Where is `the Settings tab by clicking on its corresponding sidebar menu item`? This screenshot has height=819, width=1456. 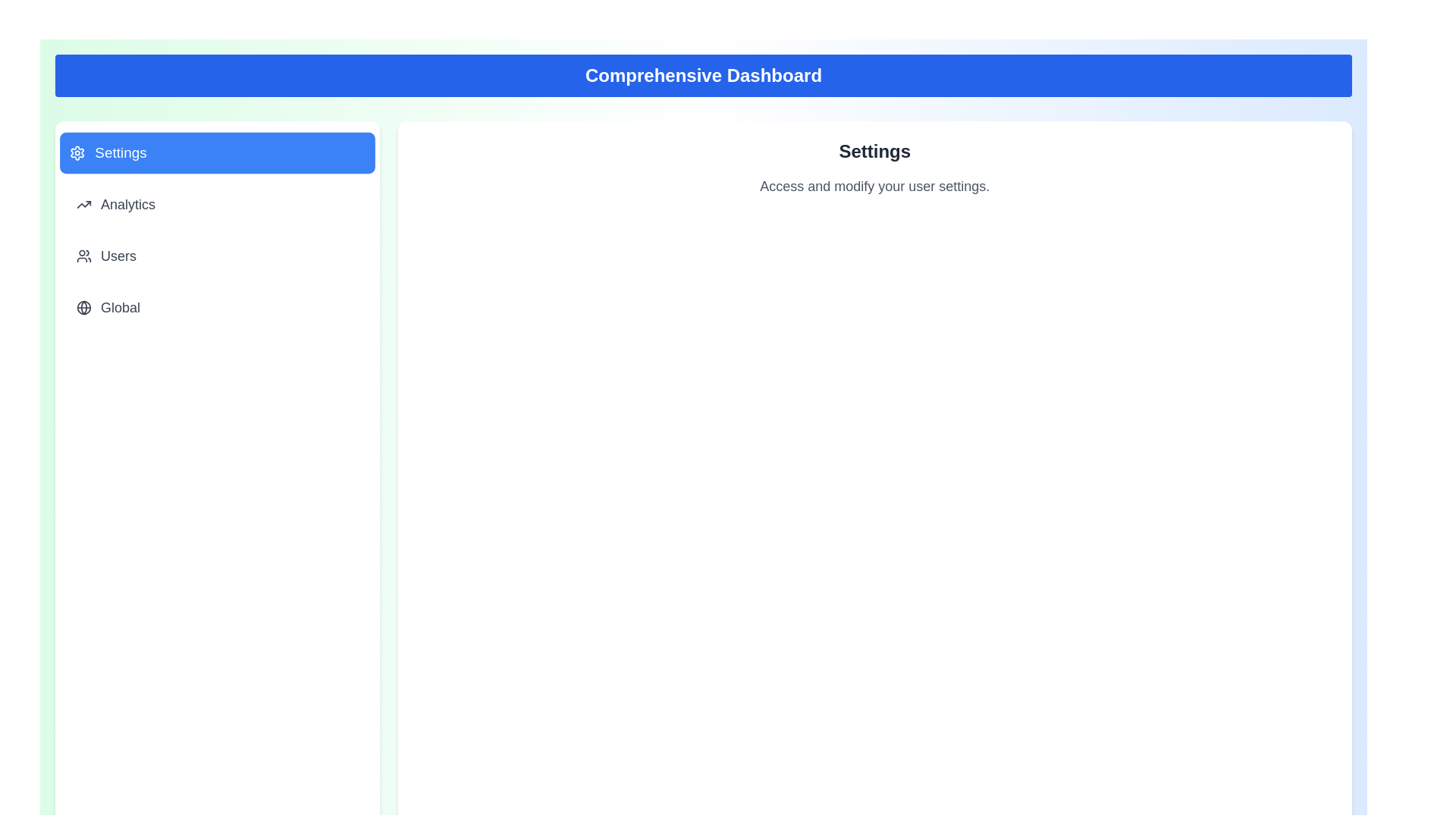 the Settings tab by clicking on its corresponding sidebar menu item is located at coordinates (216, 152).